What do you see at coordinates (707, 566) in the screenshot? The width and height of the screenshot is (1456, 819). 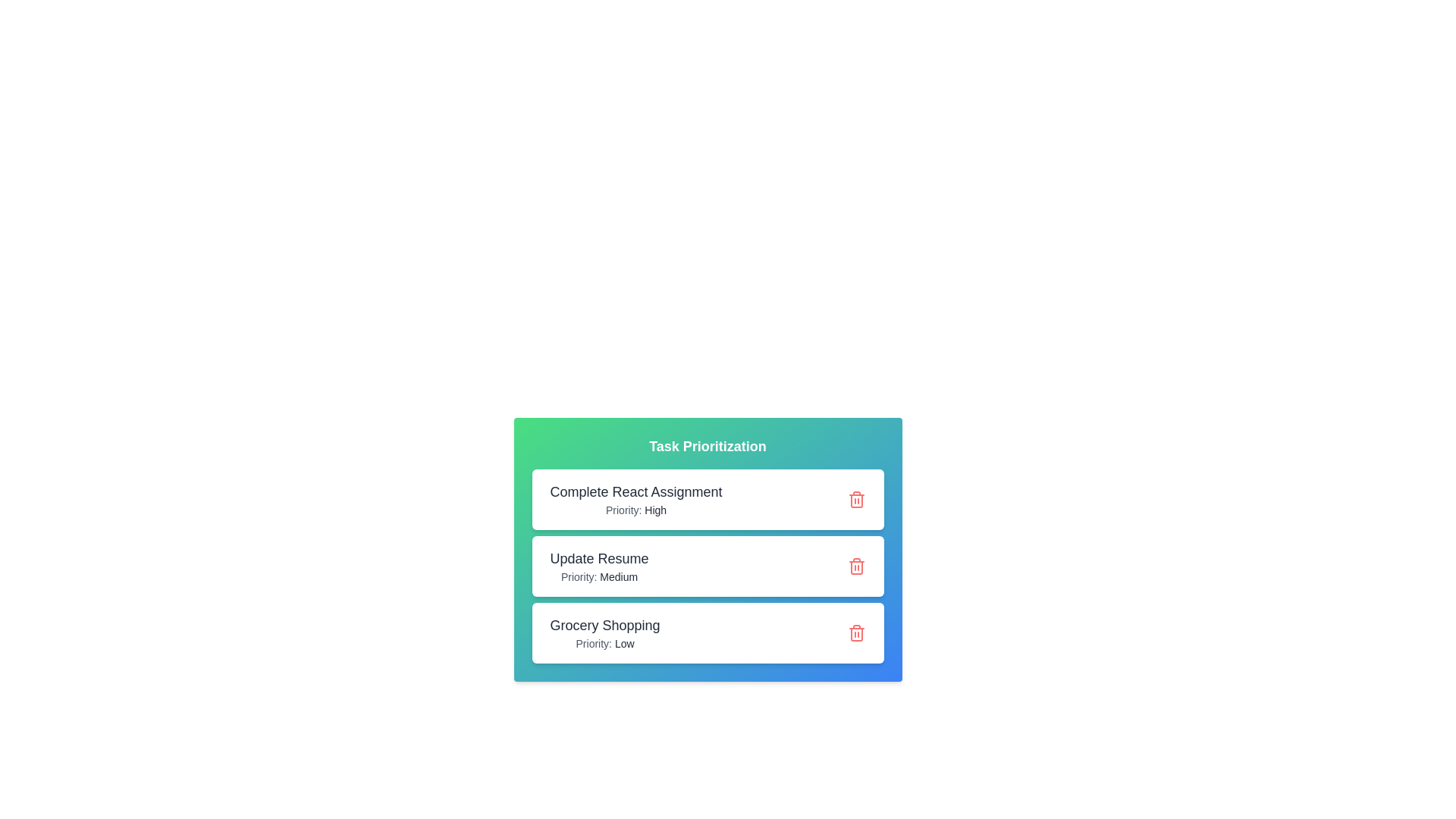 I see `the task chip corresponding to Update Resume to view its details` at bounding box center [707, 566].